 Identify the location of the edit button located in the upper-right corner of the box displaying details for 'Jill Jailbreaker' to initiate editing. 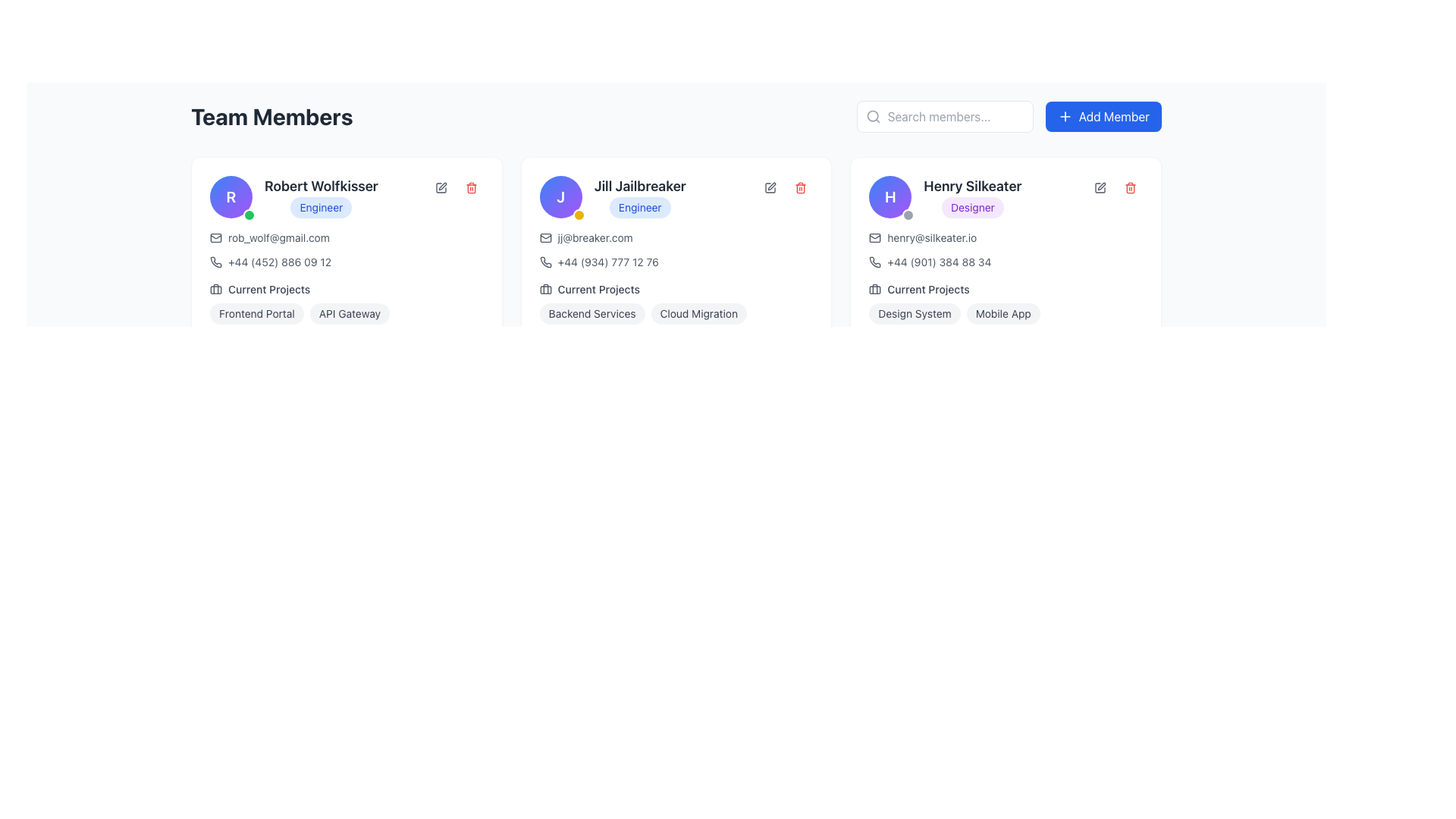
(770, 187).